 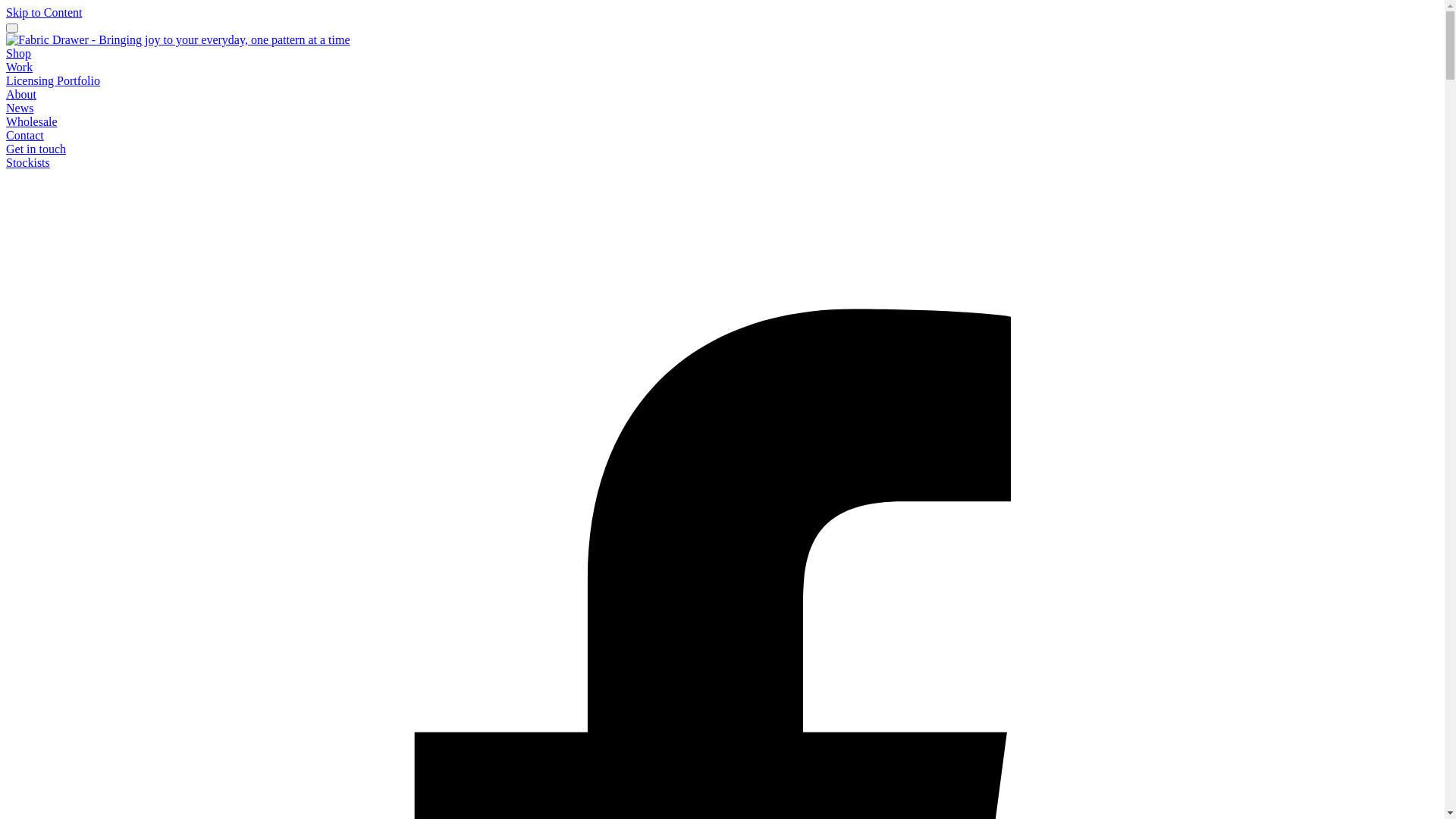 I want to click on 'Skip to Content', so click(x=43, y=12).